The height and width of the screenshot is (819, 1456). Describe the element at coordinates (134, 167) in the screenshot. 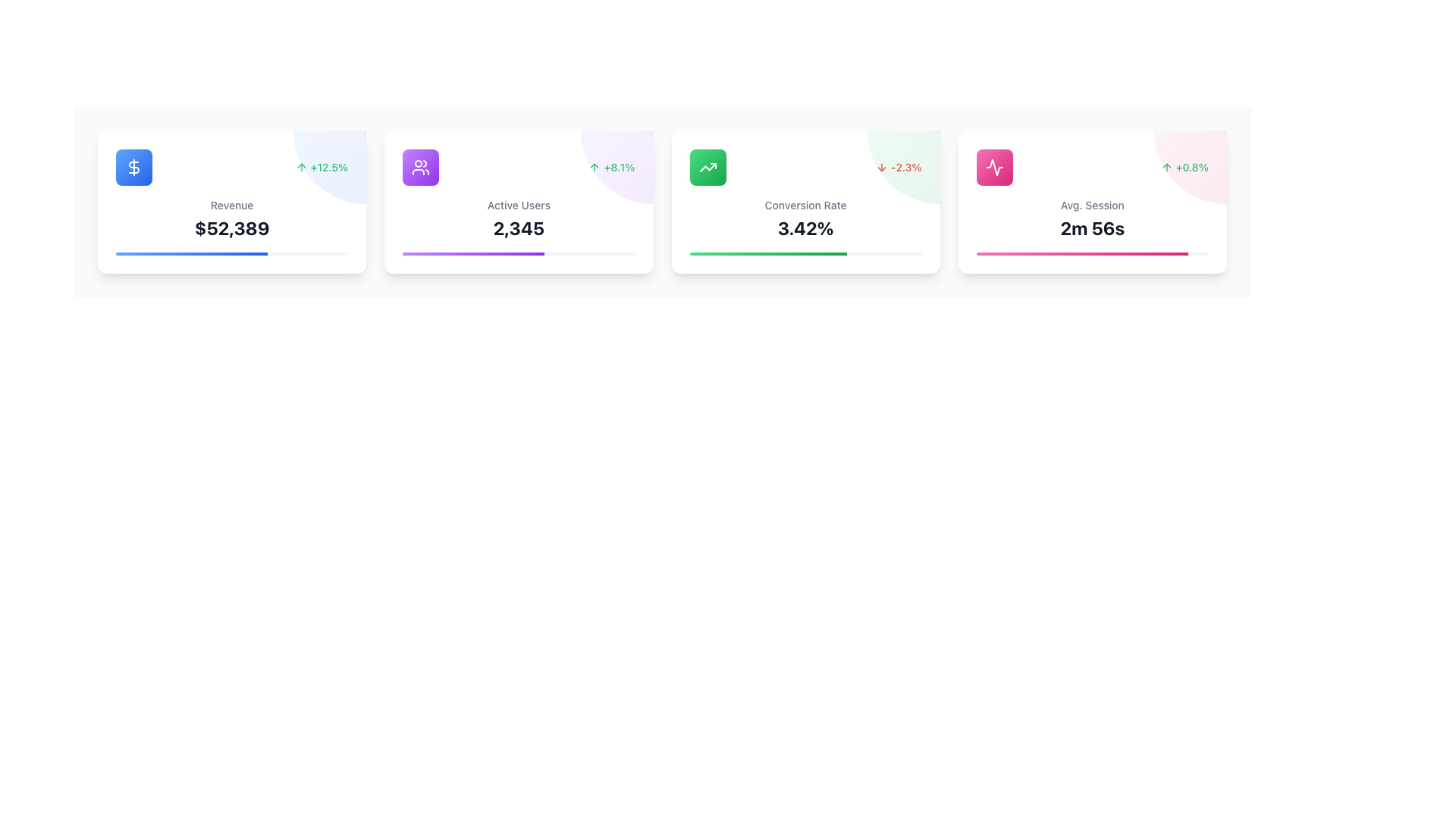

I see `the financial data icon located at the top-left of the 'Revenue' card component` at that location.